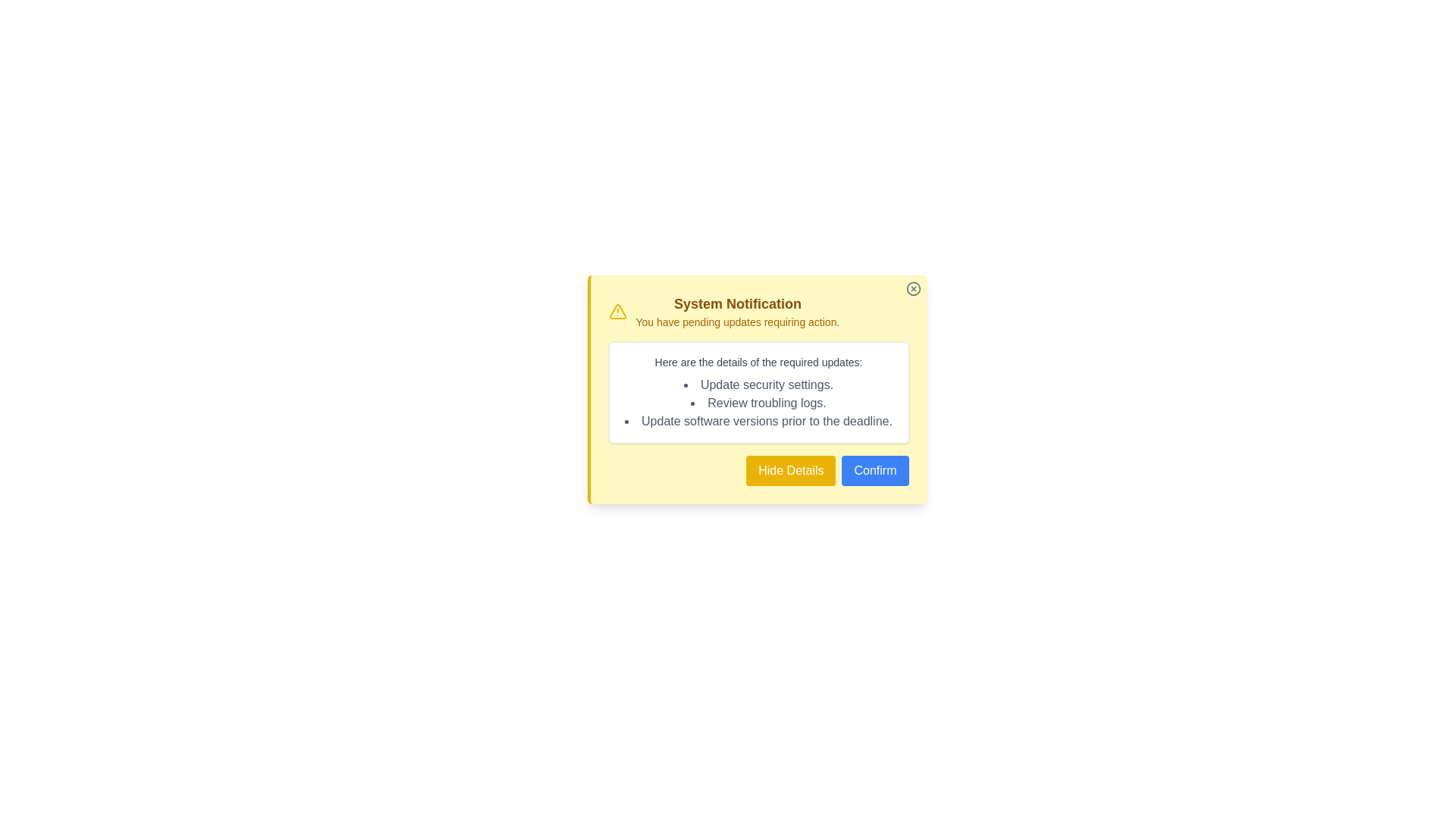 This screenshot has height=819, width=1456. Describe the element at coordinates (912, 289) in the screenshot. I see `the close button of the alert to dismiss it` at that location.